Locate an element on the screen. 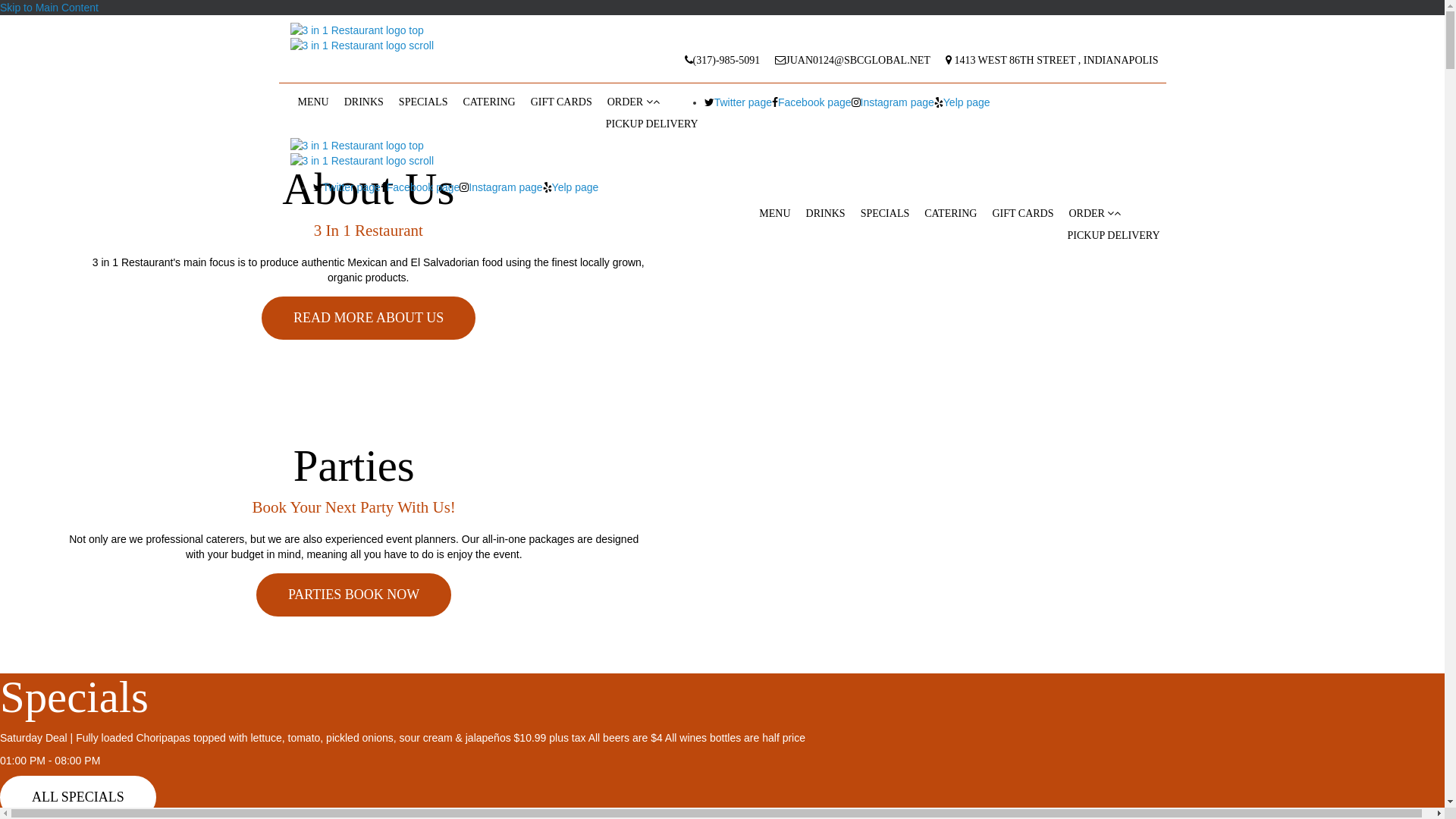 The image size is (1456, 819). 'Twitter page' is located at coordinates (704, 102).